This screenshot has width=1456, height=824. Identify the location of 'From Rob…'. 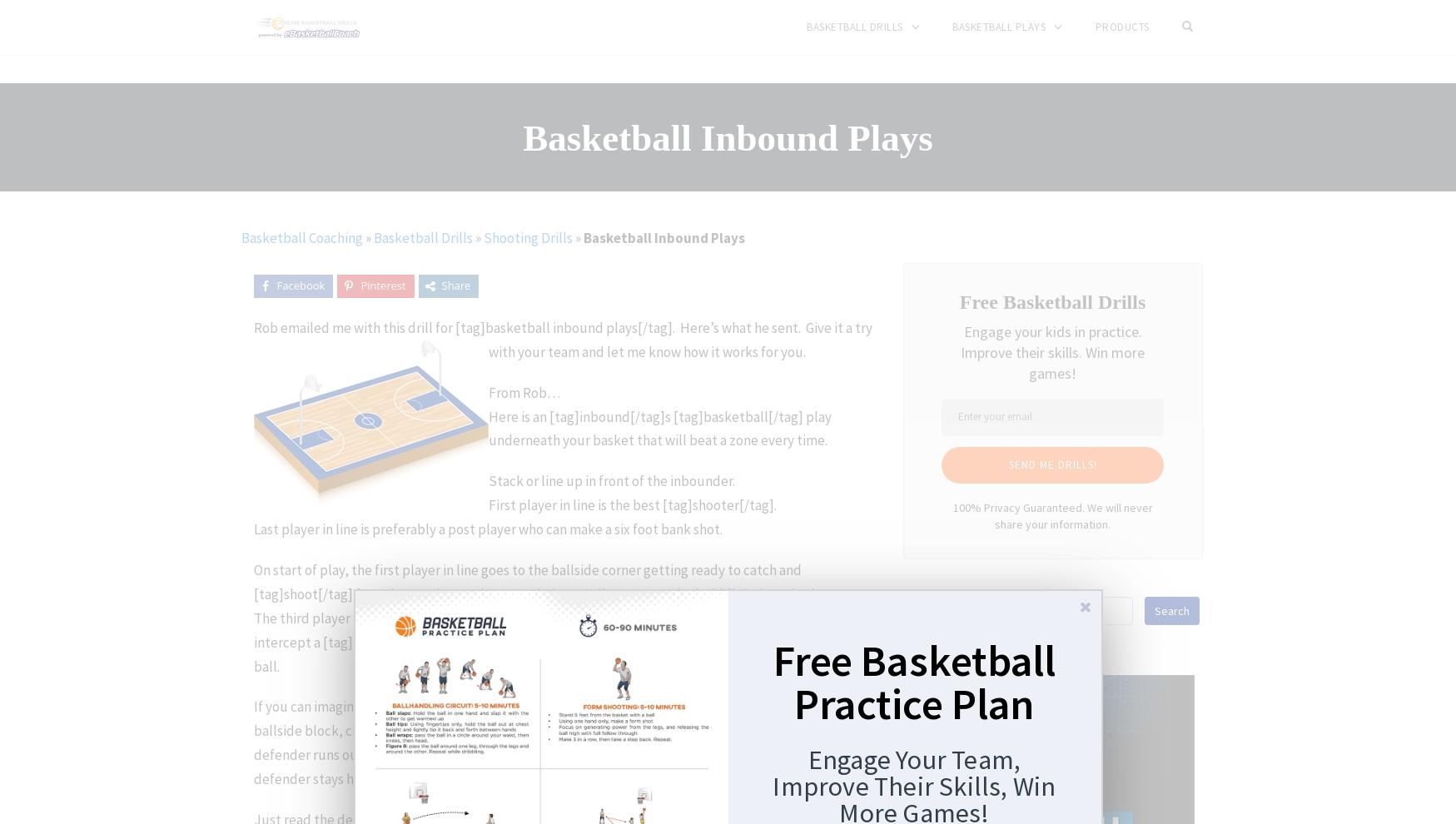
(523, 392).